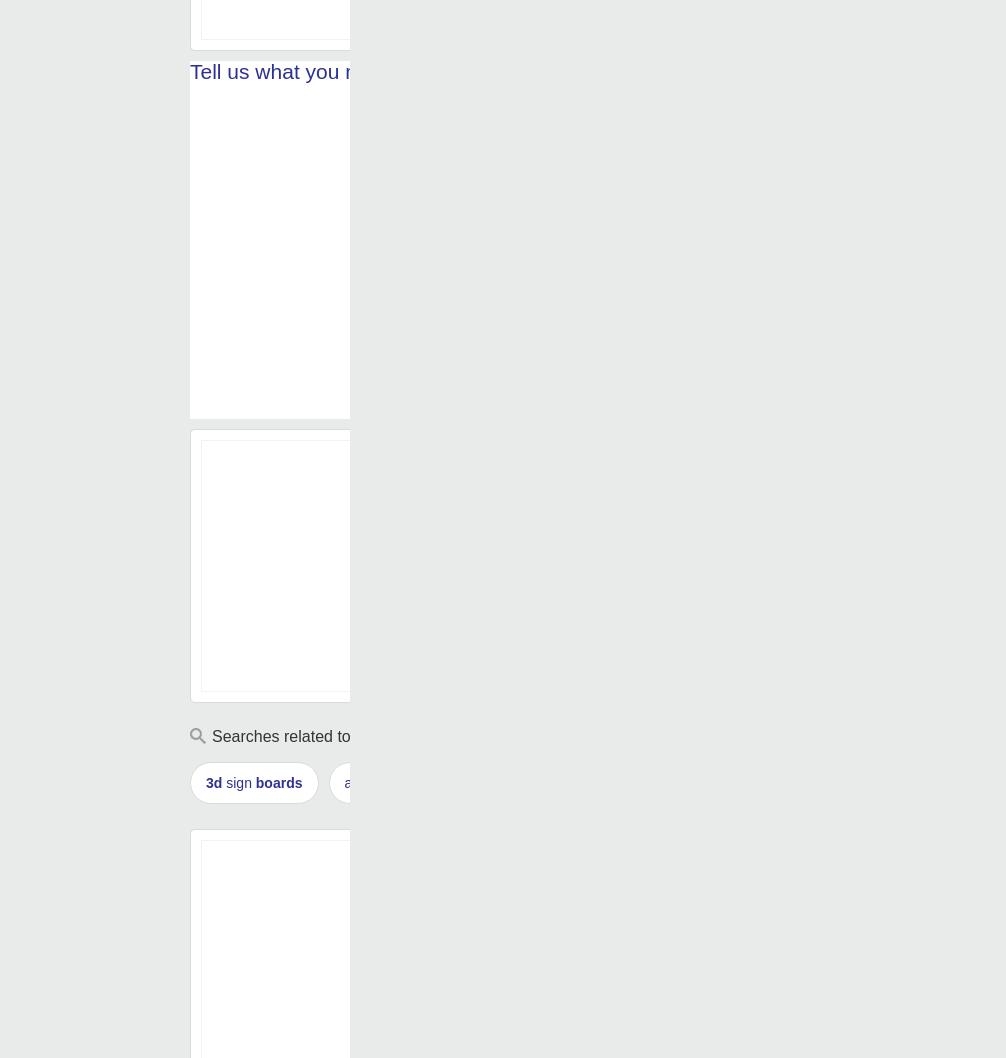 This screenshot has height=1058, width=1006. Describe the element at coordinates (476, 11) in the screenshot. I see `'Material'` at that location.